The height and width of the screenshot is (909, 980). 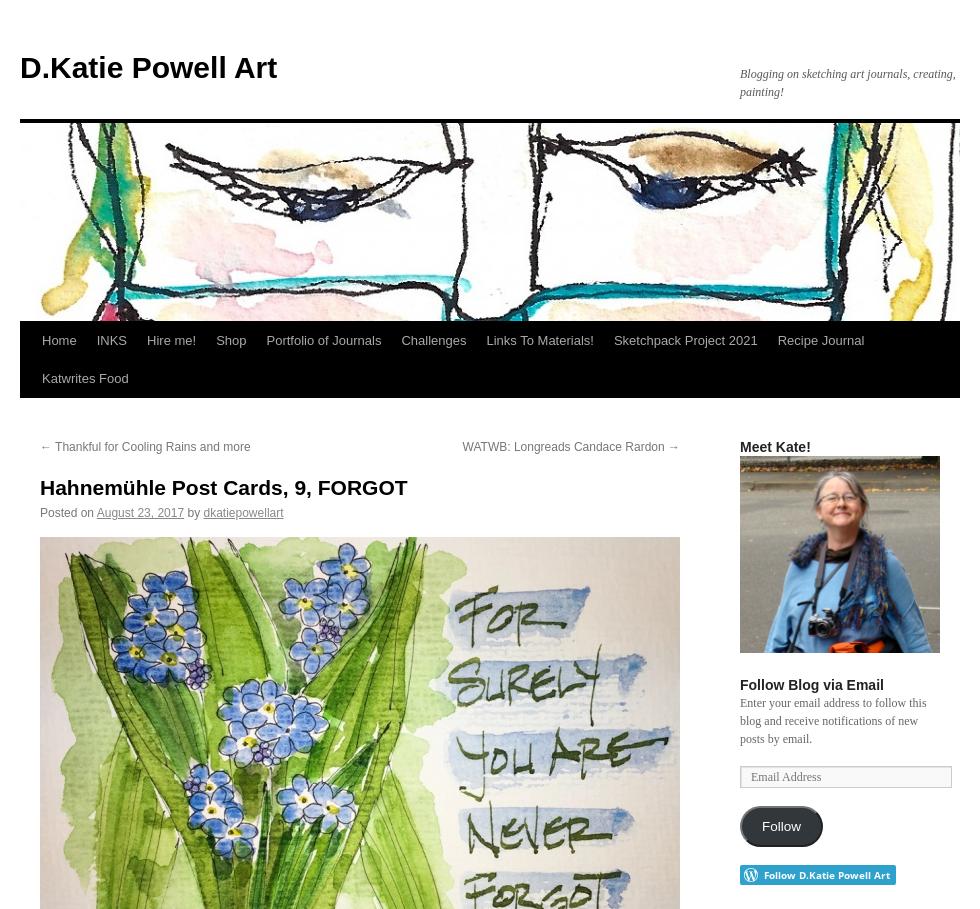 What do you see at coordinates (67, 512) in the screenshot?
I see `'Posted on'` at bounding box center [67, 512].